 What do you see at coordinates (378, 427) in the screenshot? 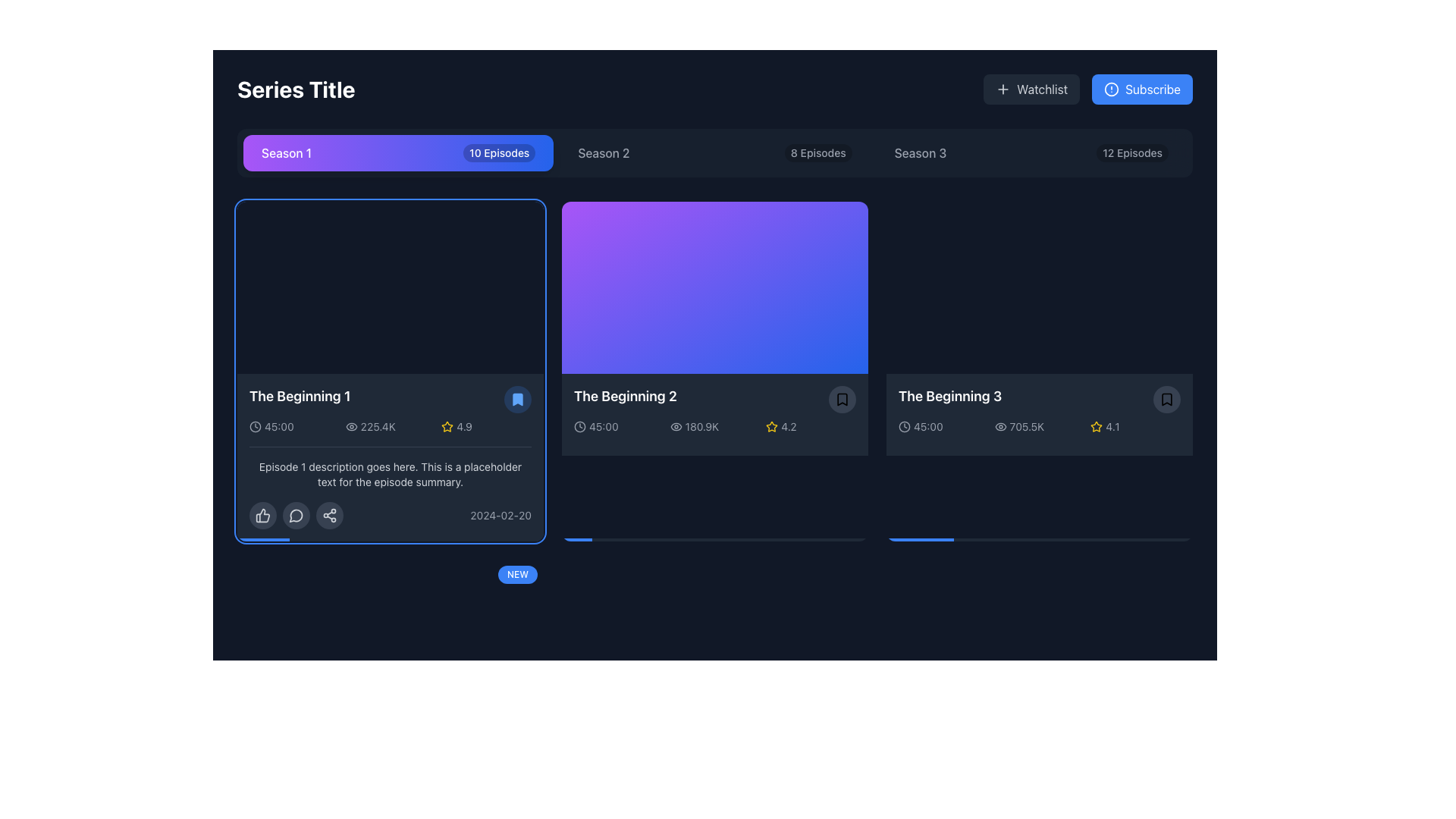
I see `view count displayed as '225.4K' in the information panel for the first item in the series list, which is visually represented in light-colored text against a dark background, next to an eye icon and star rating` at bounding box center [378, 427].